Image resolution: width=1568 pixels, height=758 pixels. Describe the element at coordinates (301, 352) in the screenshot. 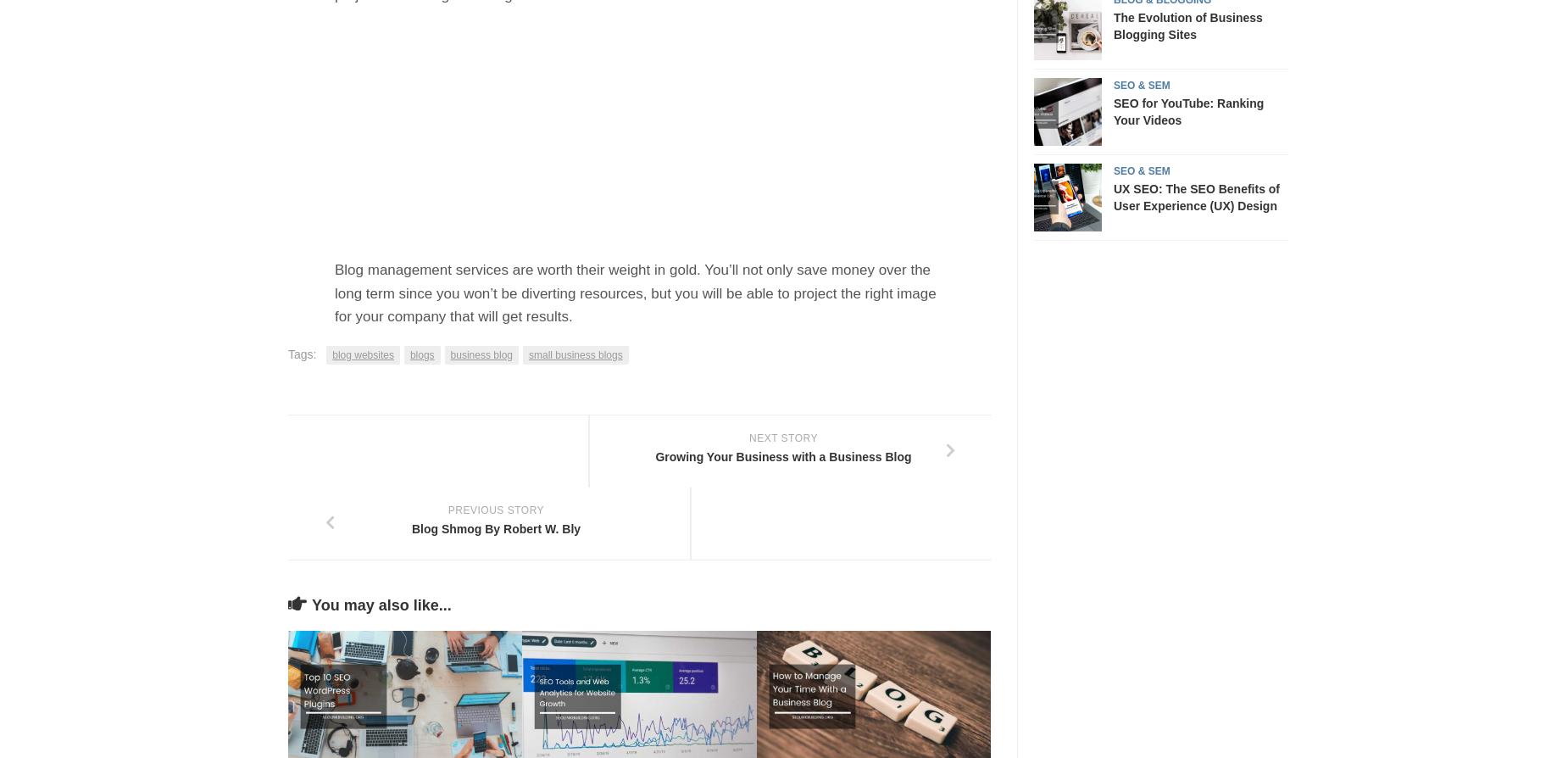

I see `'Tags:'` at that location.